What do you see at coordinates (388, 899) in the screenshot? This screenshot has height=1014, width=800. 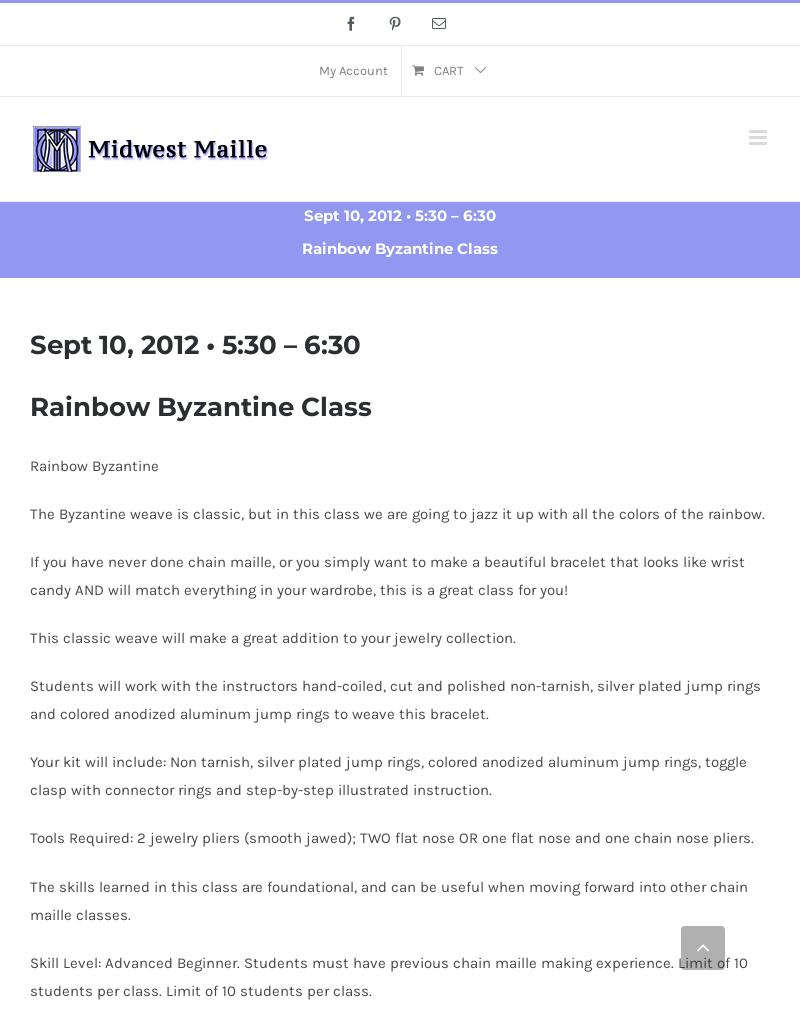 I see `'The skills learned in this class are foundational, and can be useful when moving forward into other chain maille classes.'` at bounding box center [388, 899].